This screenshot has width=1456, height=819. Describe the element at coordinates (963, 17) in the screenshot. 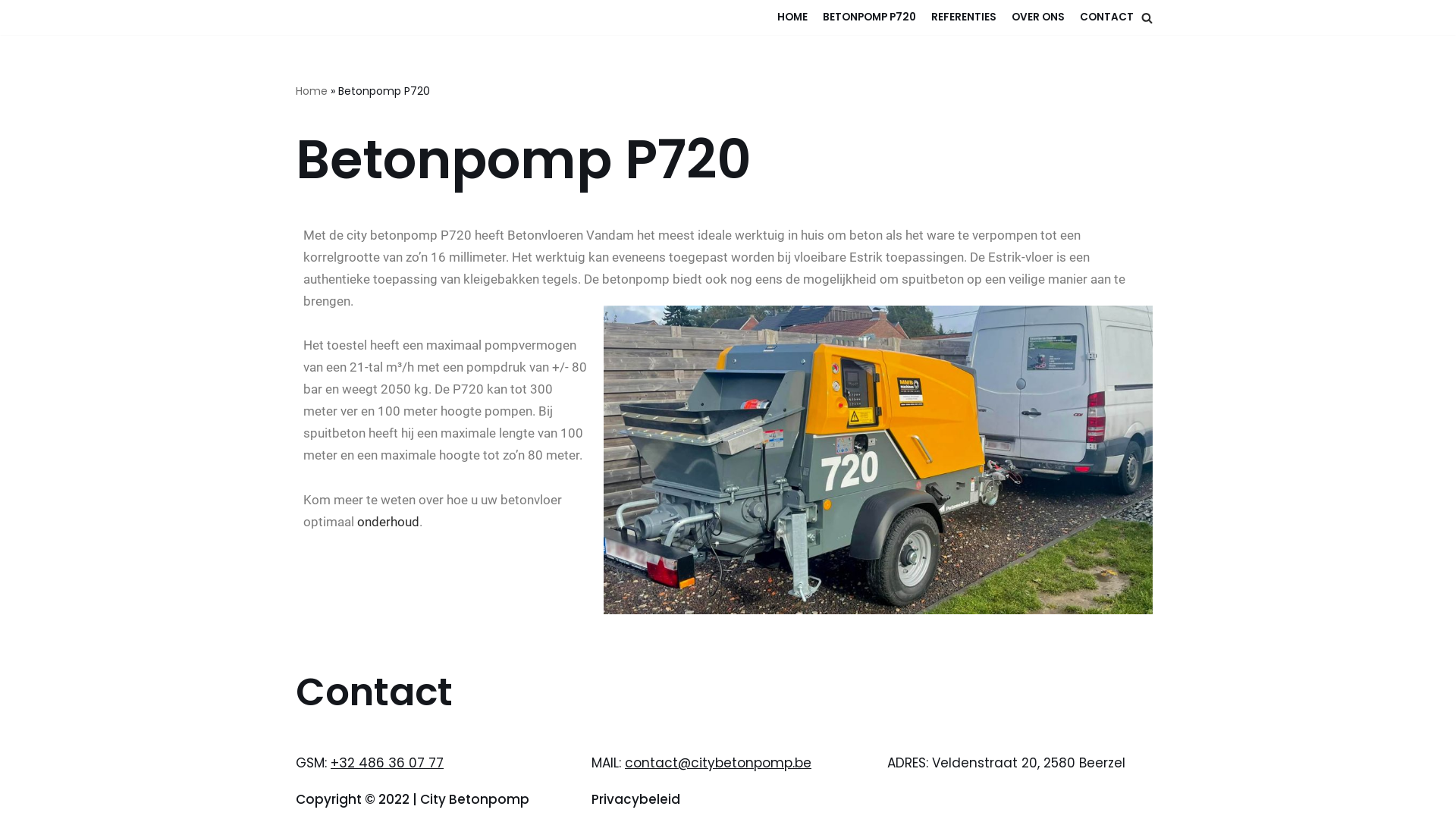

I see `'REFERENTIES'` at that location.